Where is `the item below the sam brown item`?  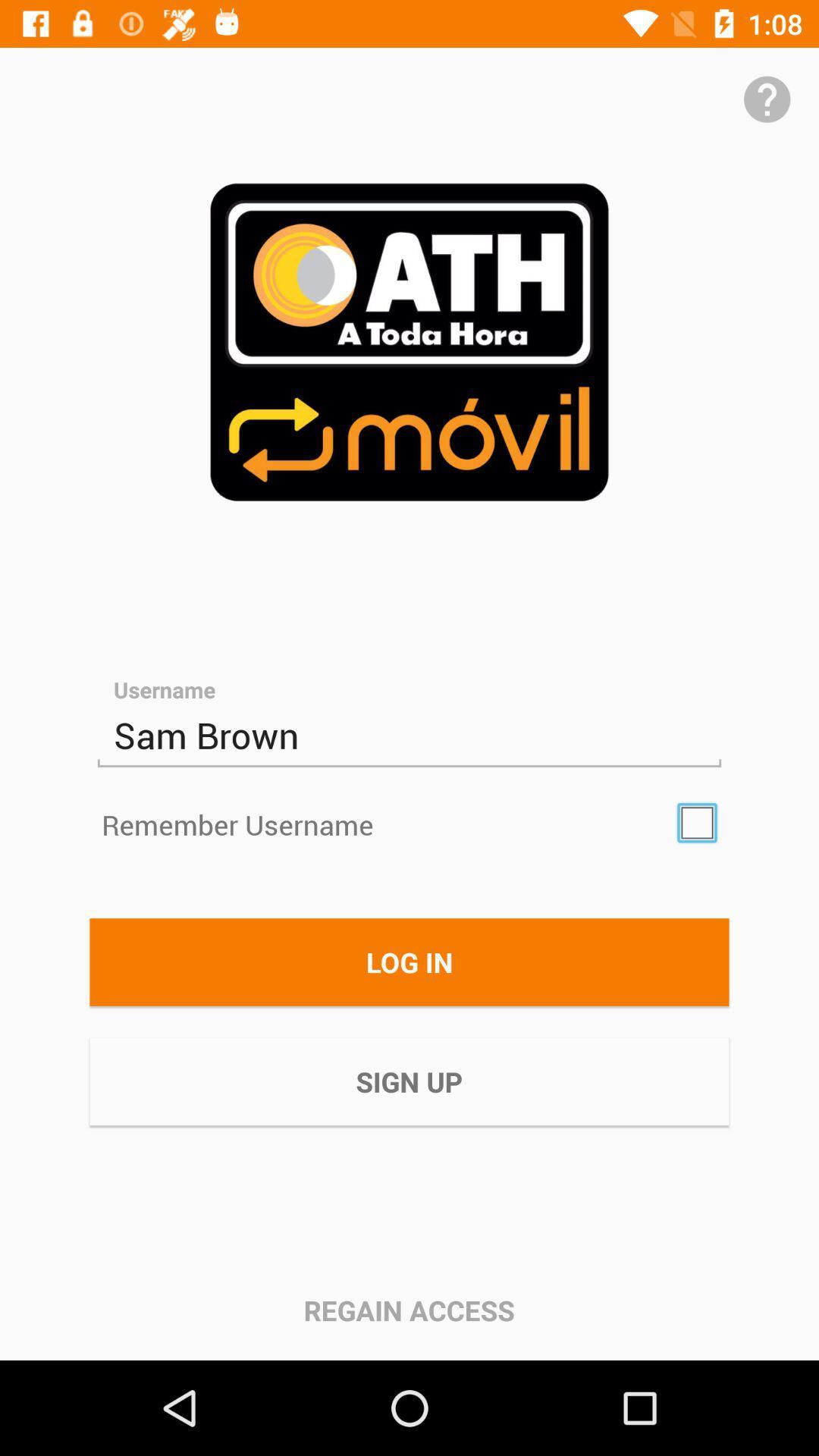 the item below the sam brown item is located at coordinates (697, 822).